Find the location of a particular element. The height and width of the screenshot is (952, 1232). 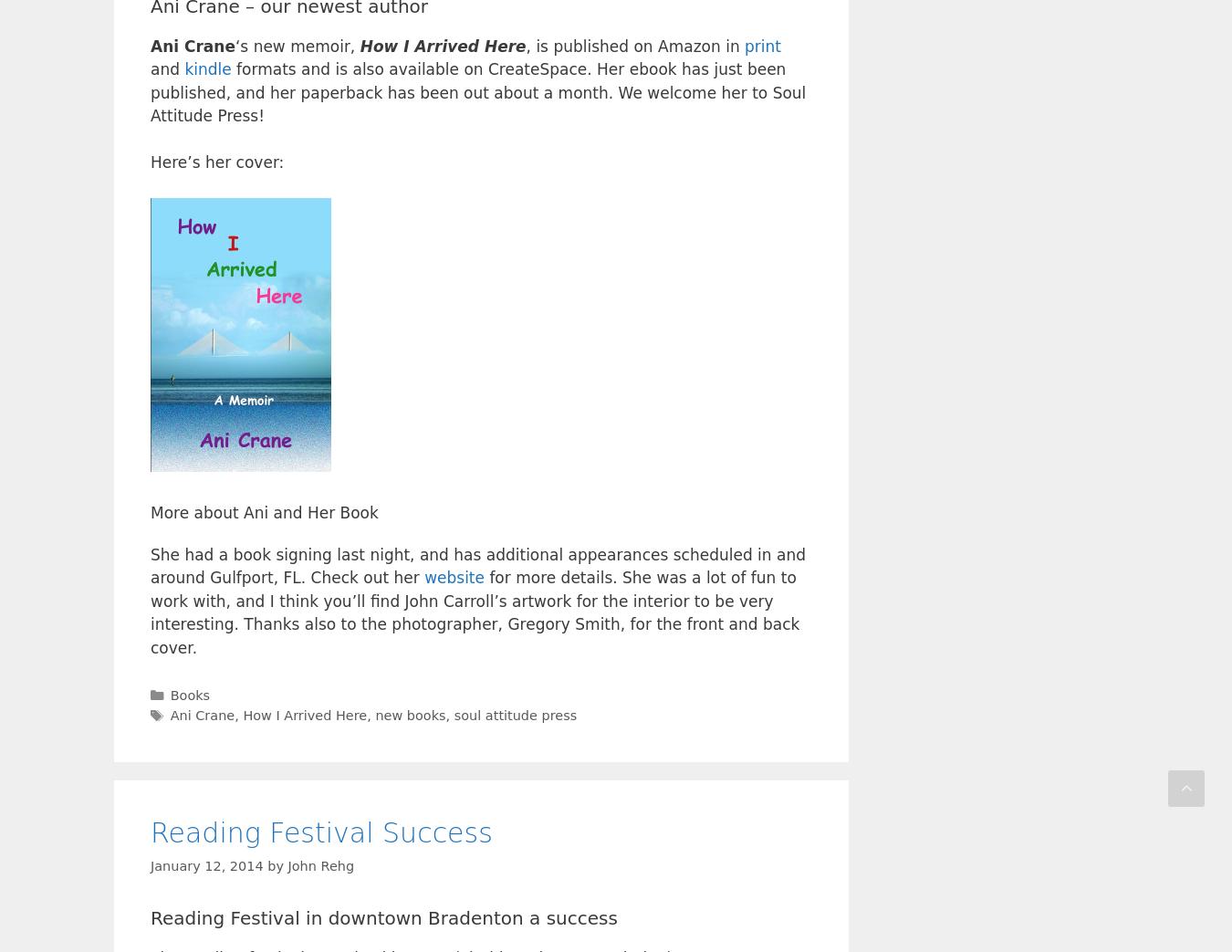

'John Rehg' is located at coordinates (320, 863).